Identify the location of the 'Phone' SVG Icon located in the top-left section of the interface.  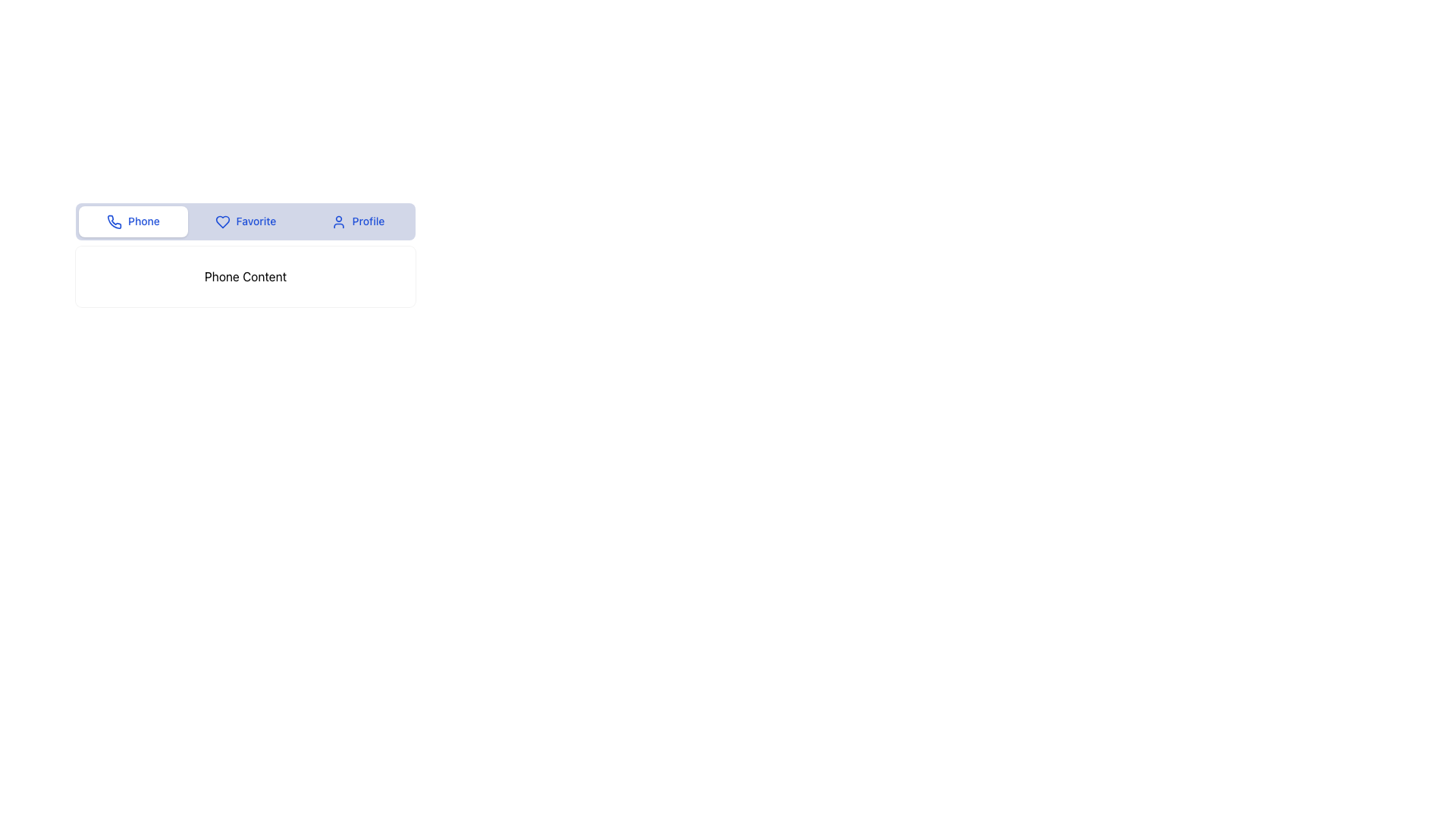
(114, 222).